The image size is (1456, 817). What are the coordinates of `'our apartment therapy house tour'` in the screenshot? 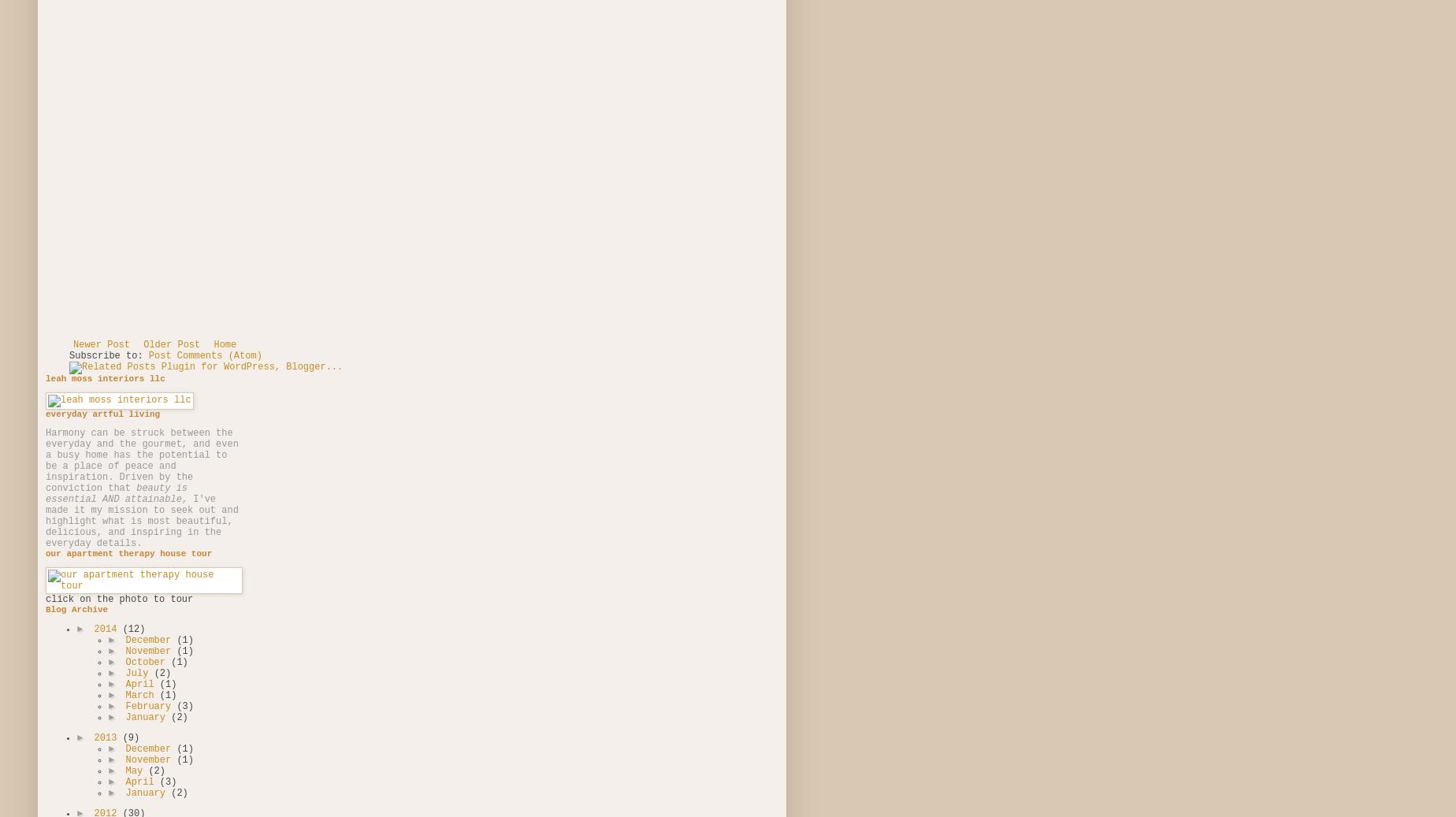 It's located at (46, 553).